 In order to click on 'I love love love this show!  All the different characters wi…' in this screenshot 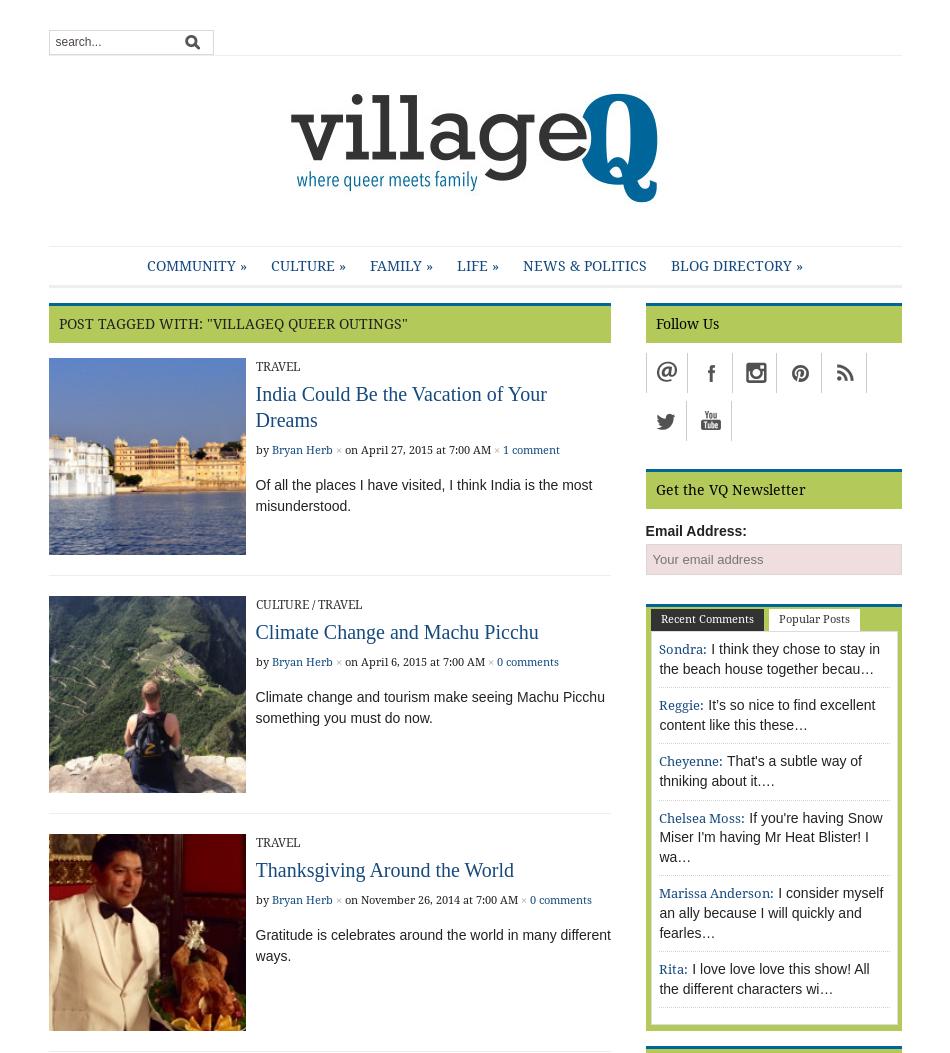, I will do `click(659, 978)`.